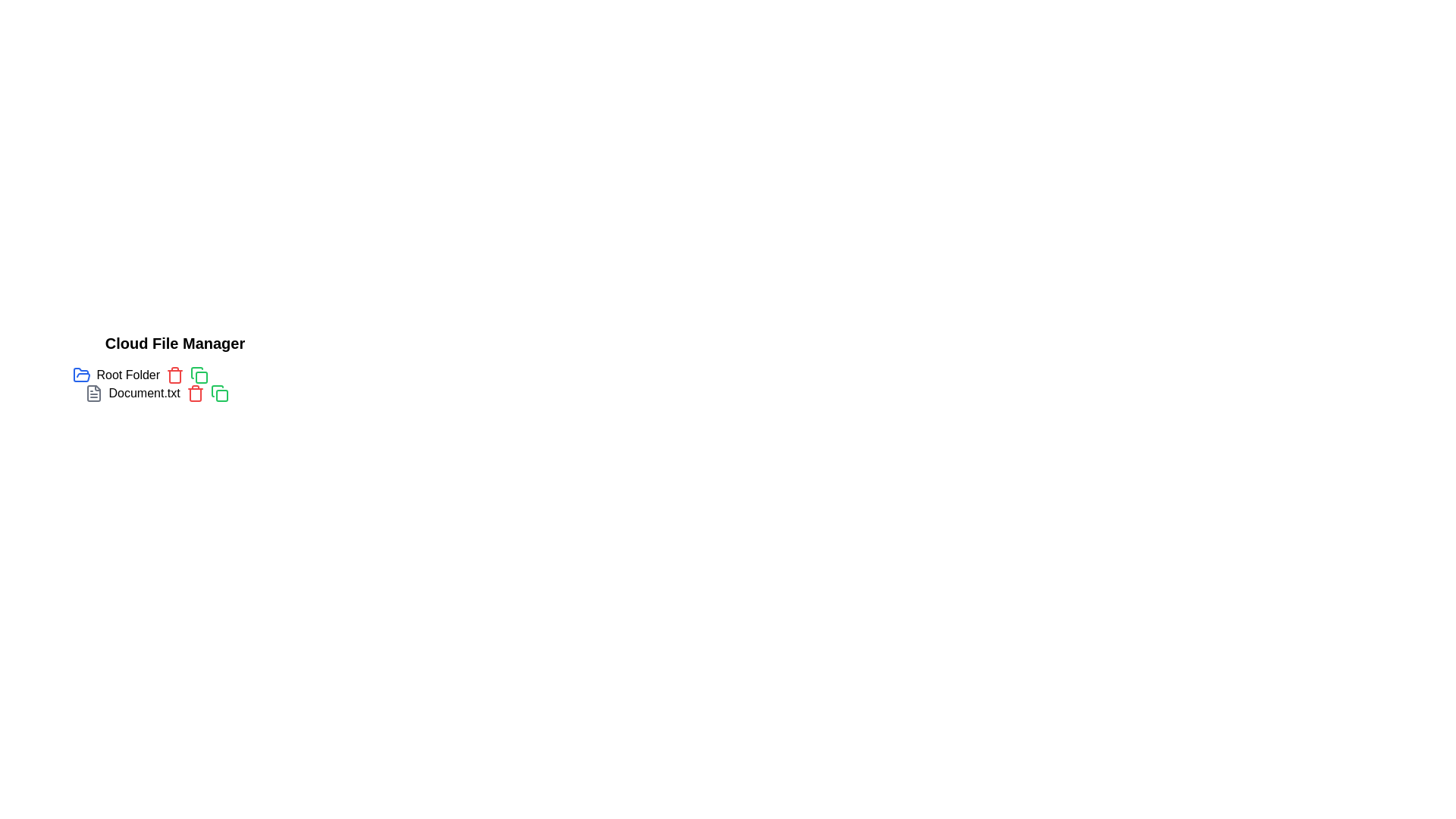 The width and height of the screenshot is (1456, 819). I want to click on the copy icon for 'Document.txt', so click(218, 393).